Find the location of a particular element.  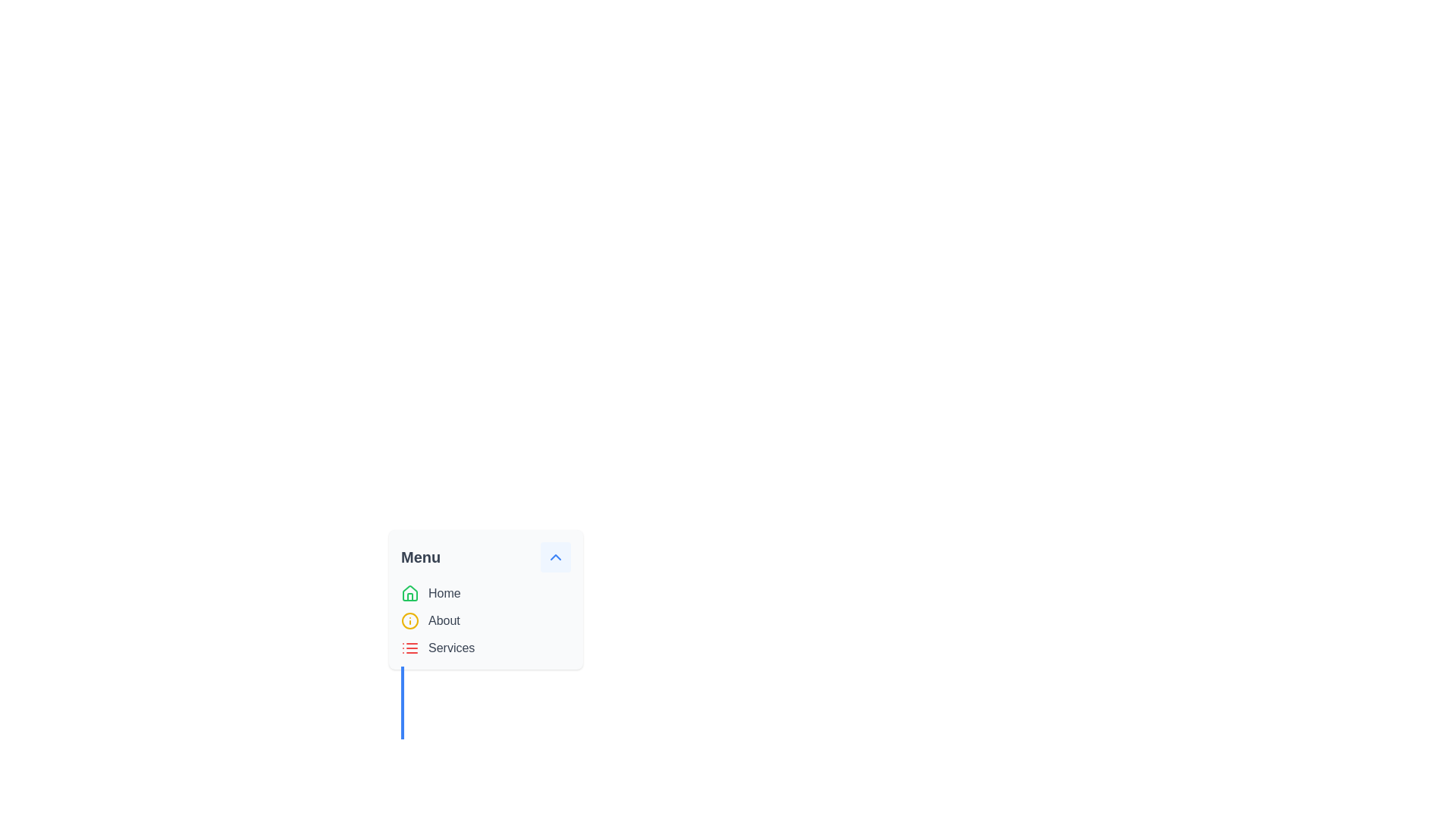

the 'Services' menu option label, which is the third item in a vertical list of menu items, located below the 'About' option and aligned to the right of an icon is located at coordinates (450, 648).